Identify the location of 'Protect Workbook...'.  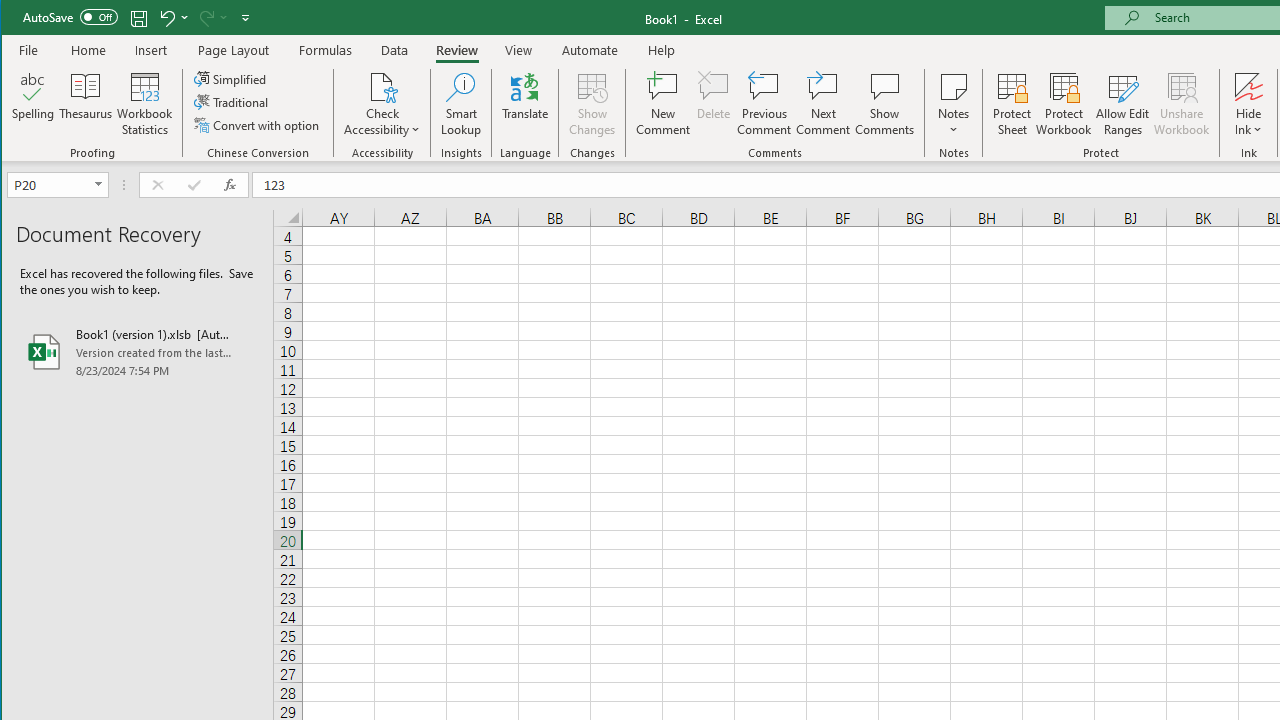
(1063, 104).